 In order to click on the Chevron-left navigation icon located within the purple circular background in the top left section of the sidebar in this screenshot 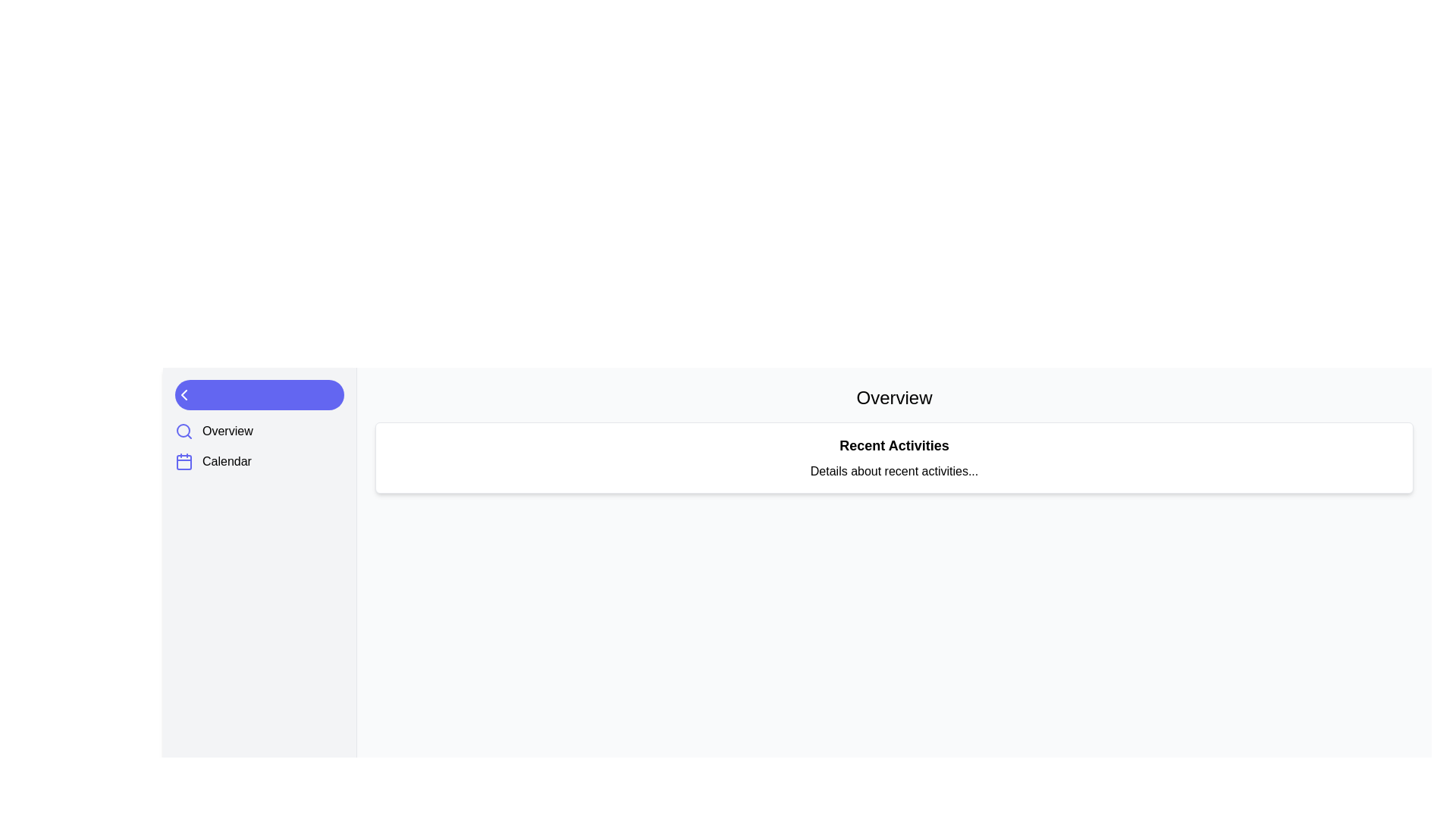, I will do `click(184, 394)`.